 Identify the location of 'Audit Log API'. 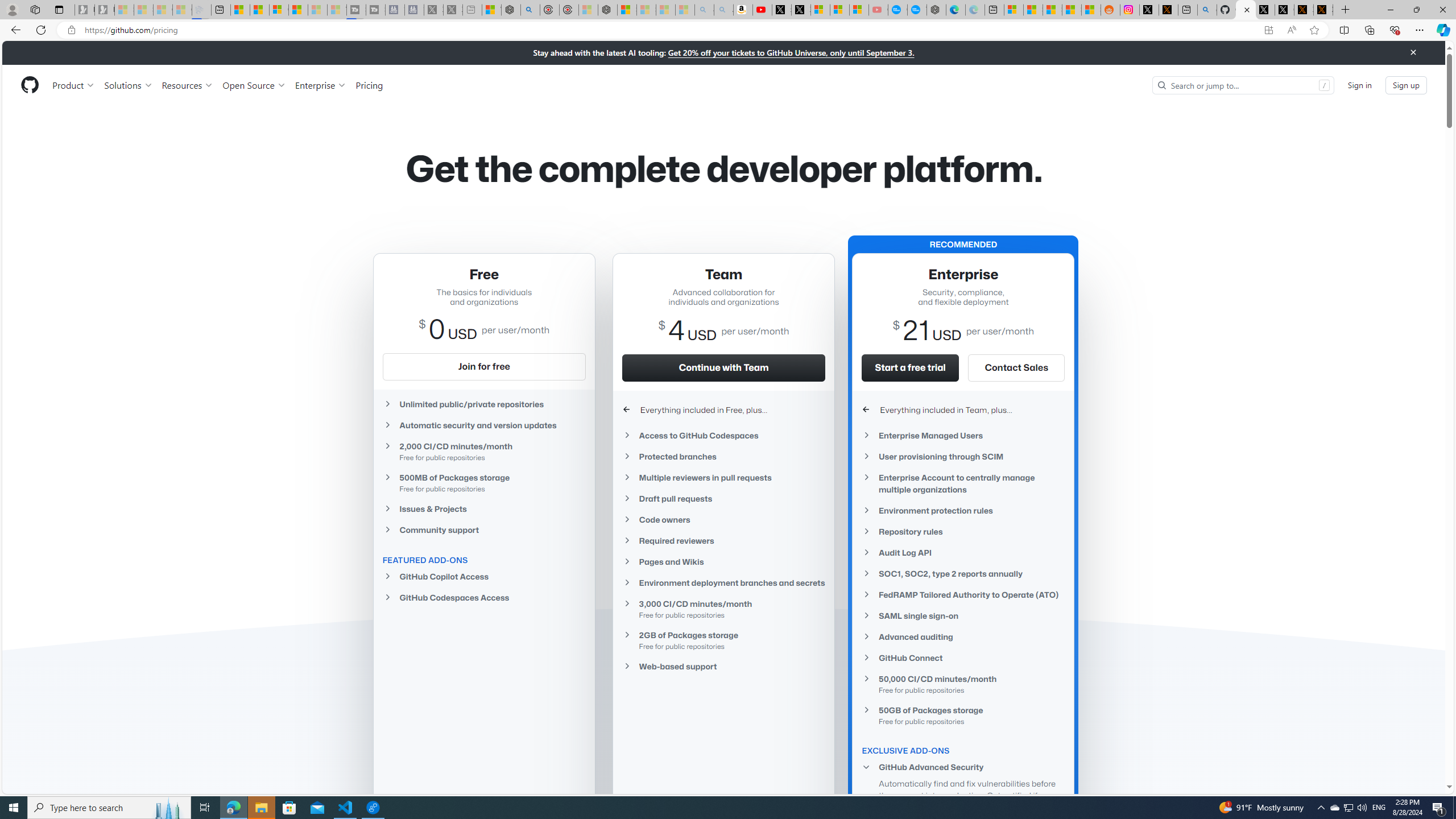
(963, 552).